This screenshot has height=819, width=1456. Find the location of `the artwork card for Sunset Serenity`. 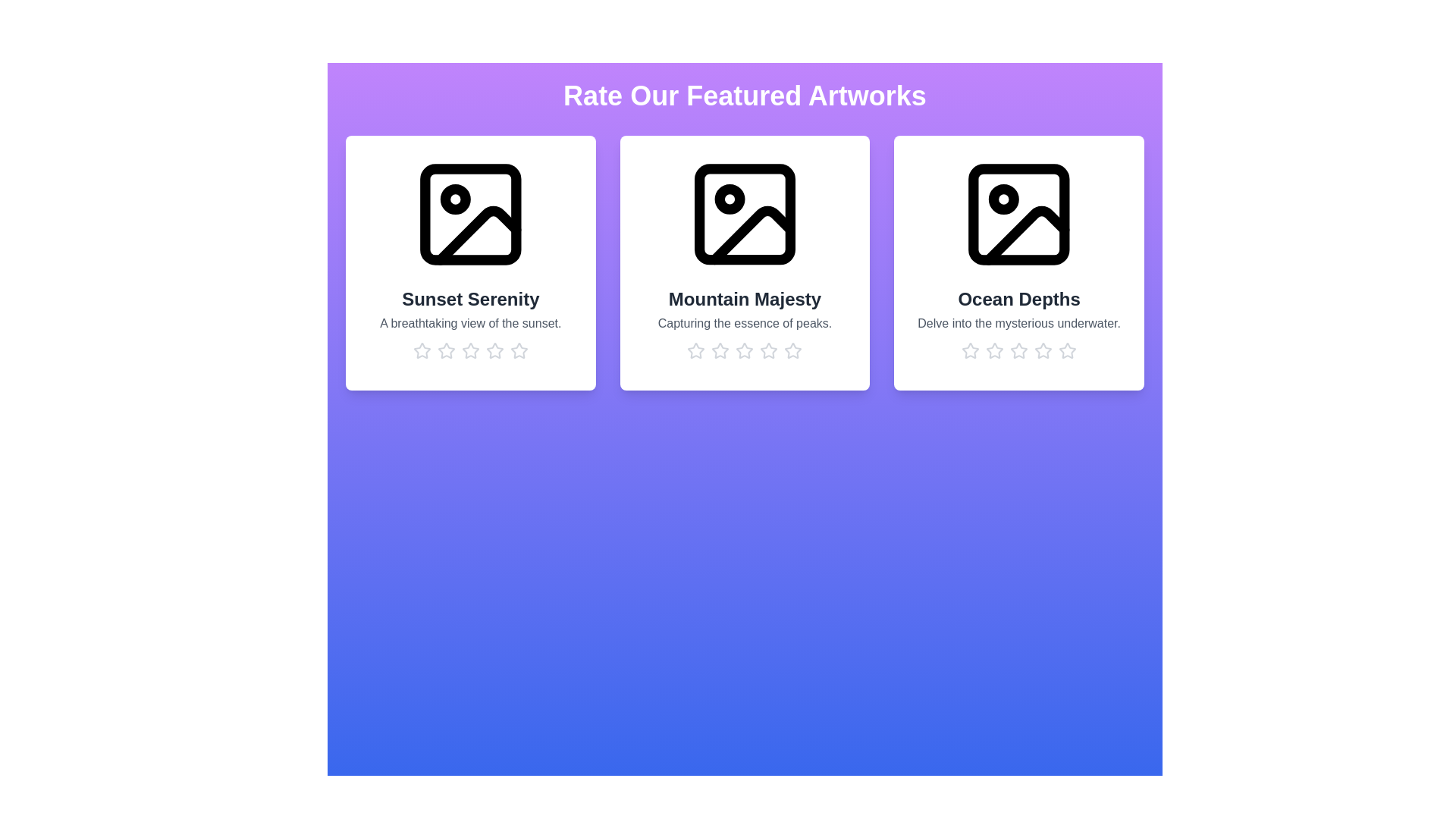

the artwork card for Sunset Serenity is located at coordinates (469, 262).